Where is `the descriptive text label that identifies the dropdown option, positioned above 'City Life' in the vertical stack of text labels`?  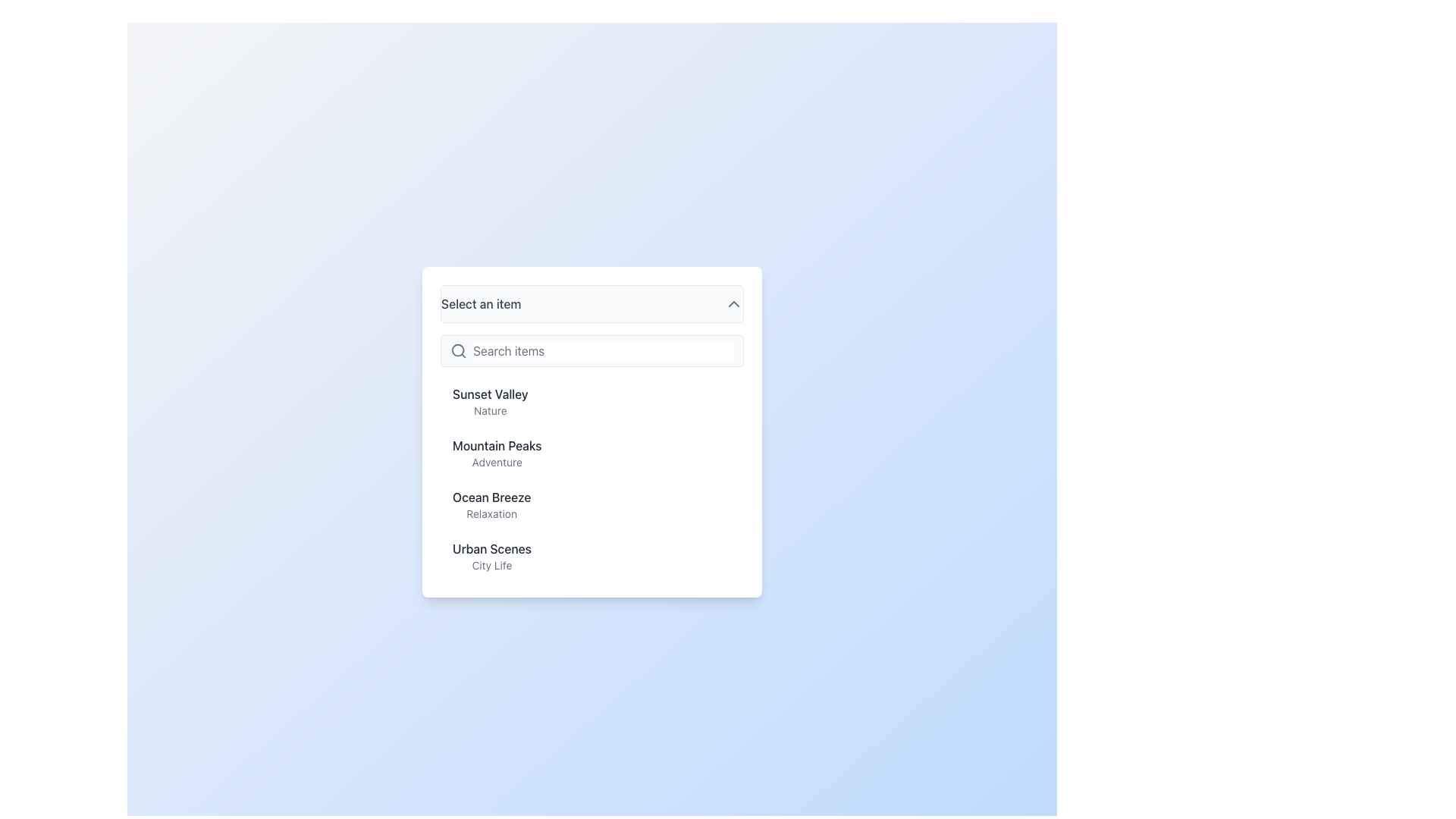
the descriptive text label that identifies the dropdown option, positioned above 'City Life' in the vertical stack of text labels is located at coordinates (491, 549).